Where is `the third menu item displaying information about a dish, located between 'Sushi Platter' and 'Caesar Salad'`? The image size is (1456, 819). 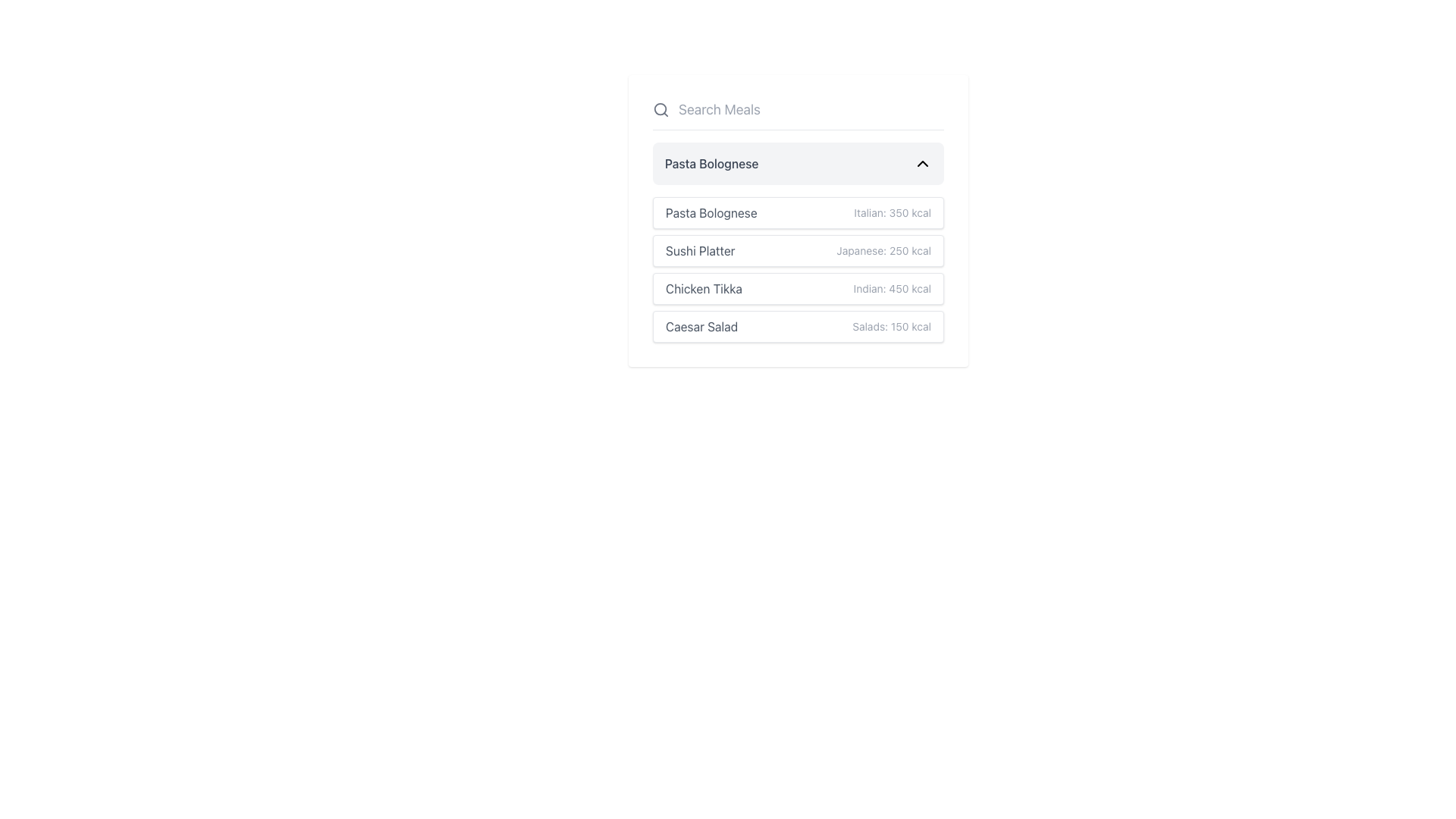
the third menu item displaying information about a dish, located between 'Sushi Platter' and 'Caesar Salad' is located at coordinates (797, 289).